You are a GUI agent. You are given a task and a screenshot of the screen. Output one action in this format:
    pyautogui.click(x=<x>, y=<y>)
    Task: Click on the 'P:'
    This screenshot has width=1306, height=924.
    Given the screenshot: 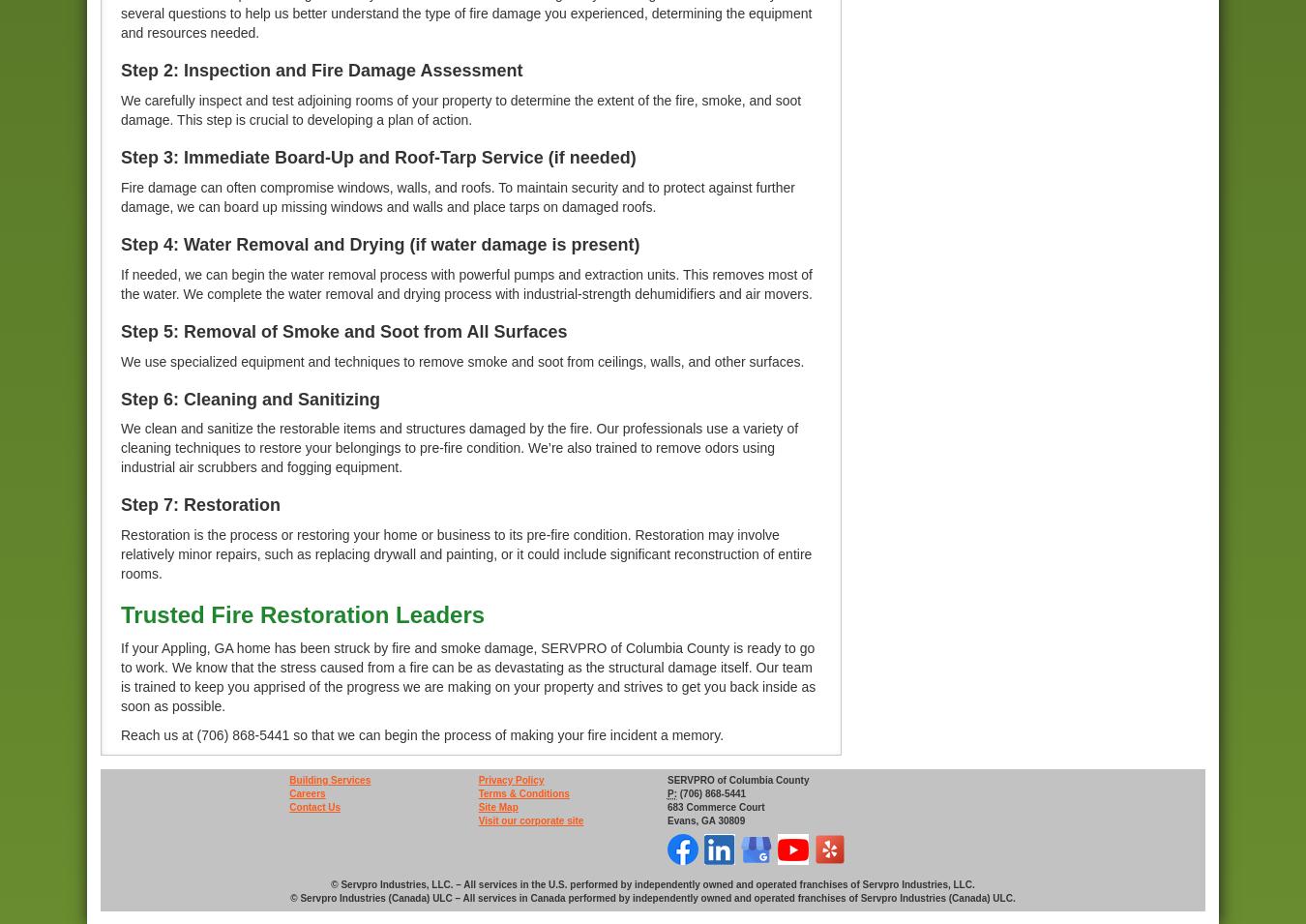 What is the action you would take?
    pyautogui.click(x=670, y=792)
    